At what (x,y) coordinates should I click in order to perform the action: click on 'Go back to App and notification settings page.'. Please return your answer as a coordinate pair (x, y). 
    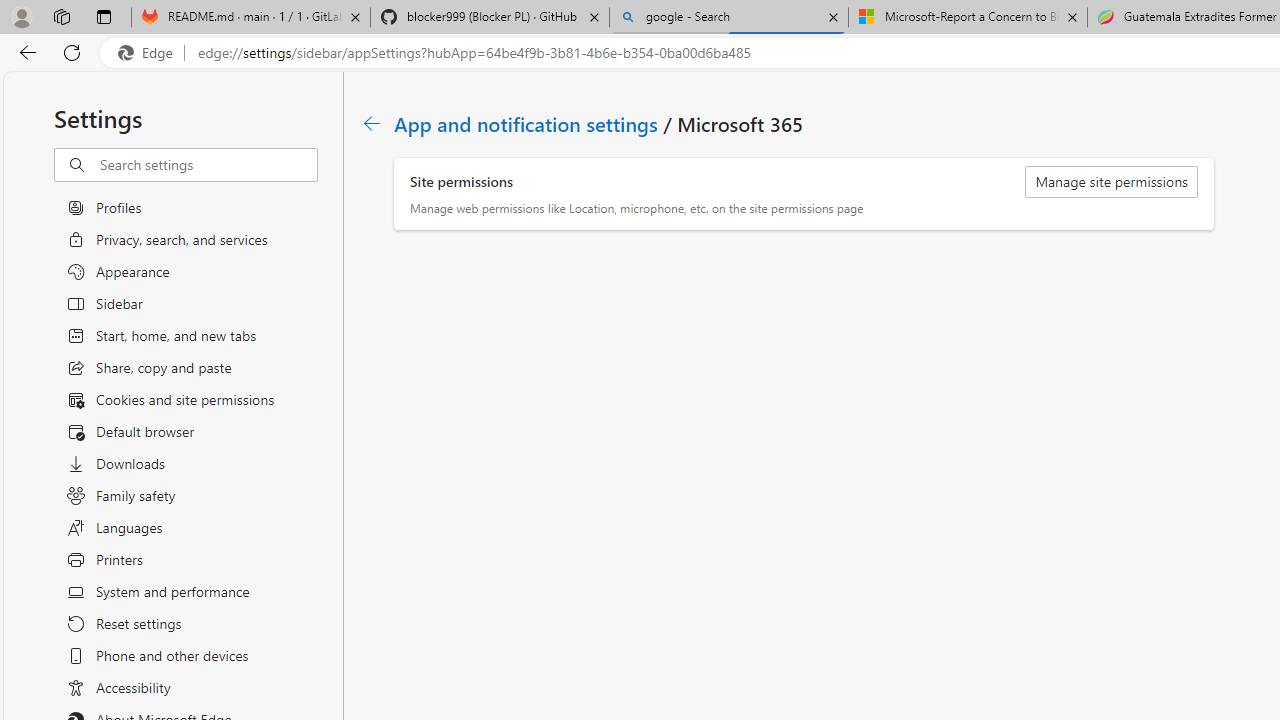
    Looking at the image, I should click on (372, 123).